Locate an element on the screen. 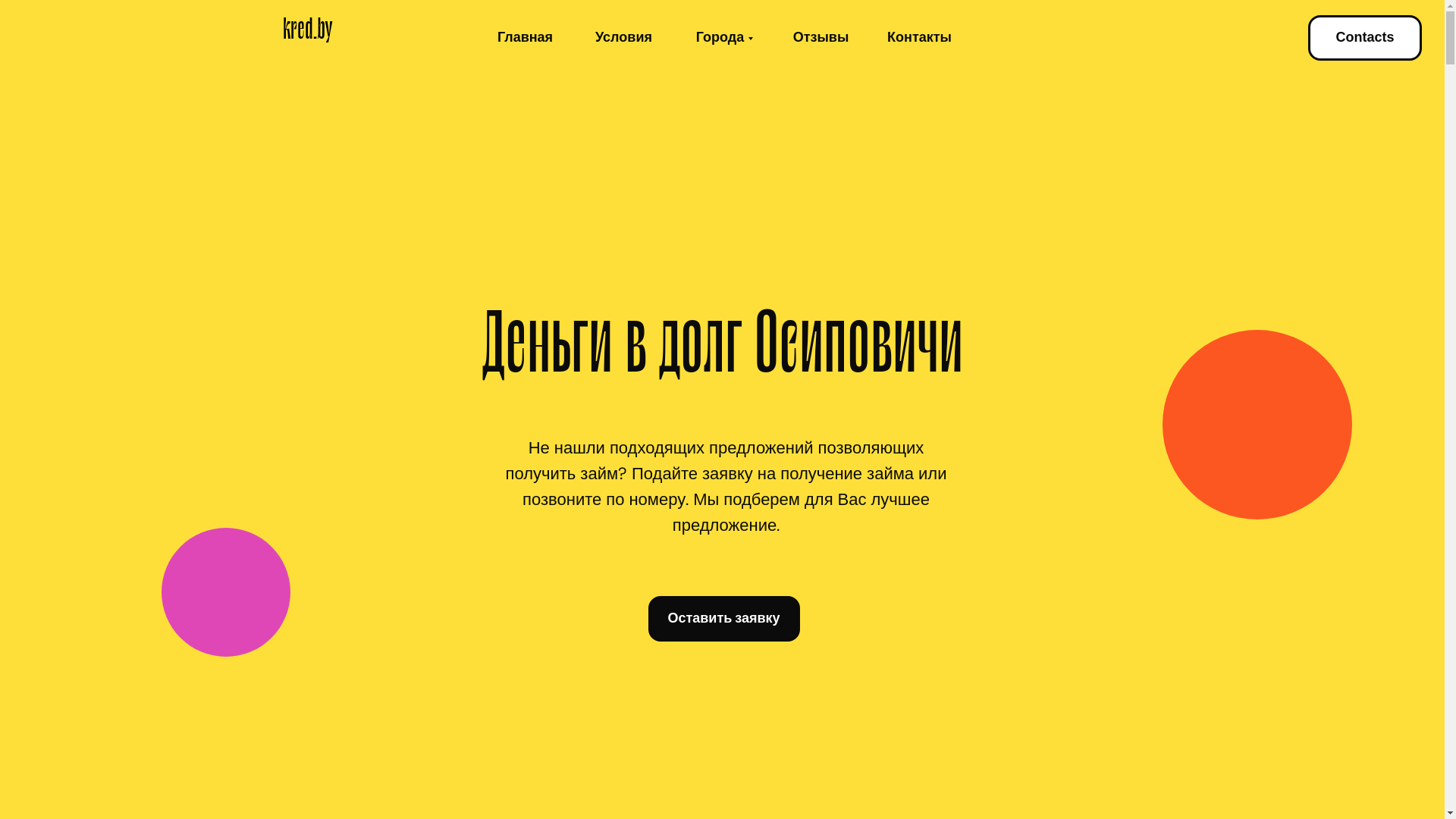  'Contacts' is located at coordinates (1365, 37).